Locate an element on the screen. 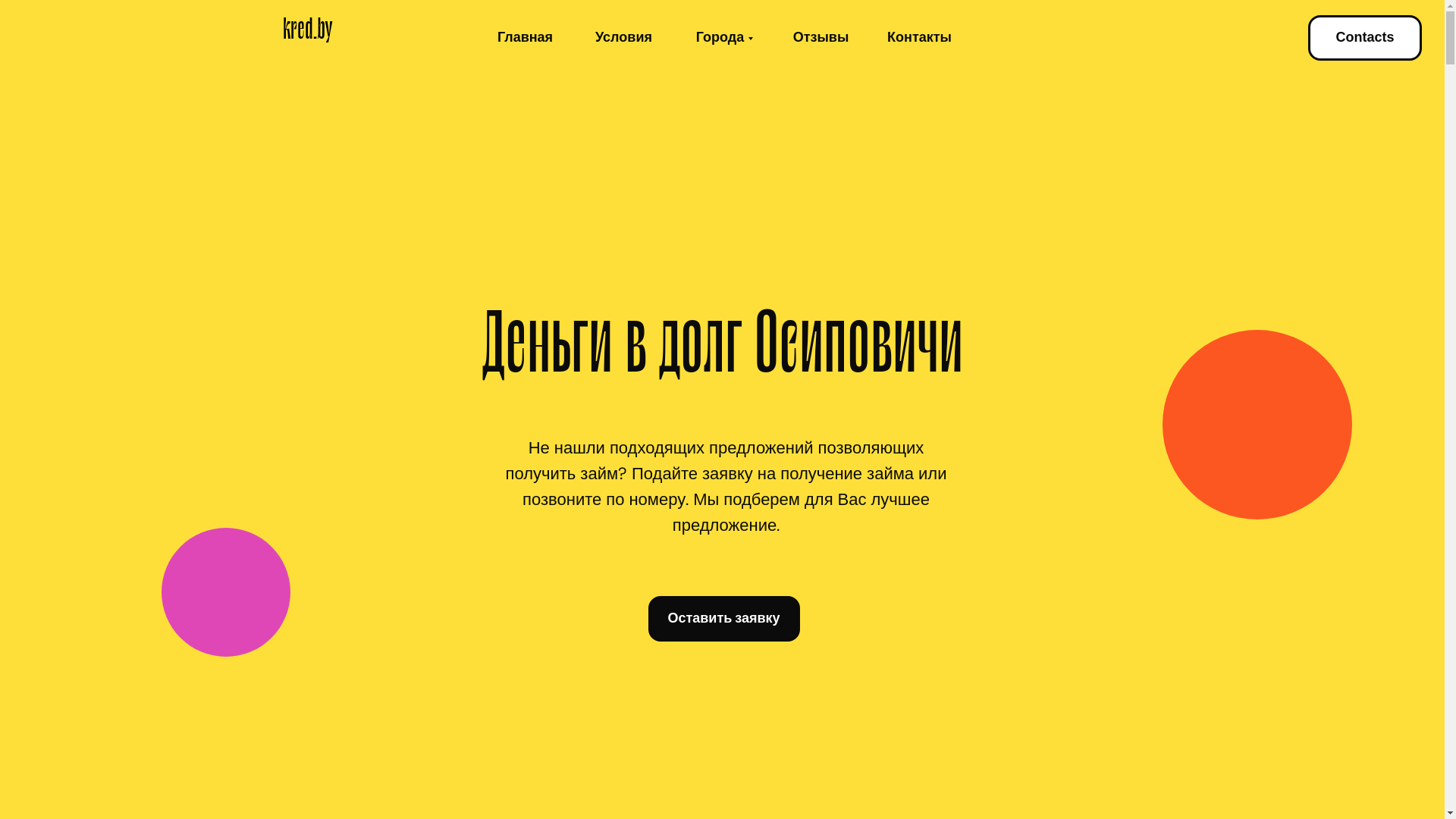  'Contacts' is located at coordinates (1365, 37).